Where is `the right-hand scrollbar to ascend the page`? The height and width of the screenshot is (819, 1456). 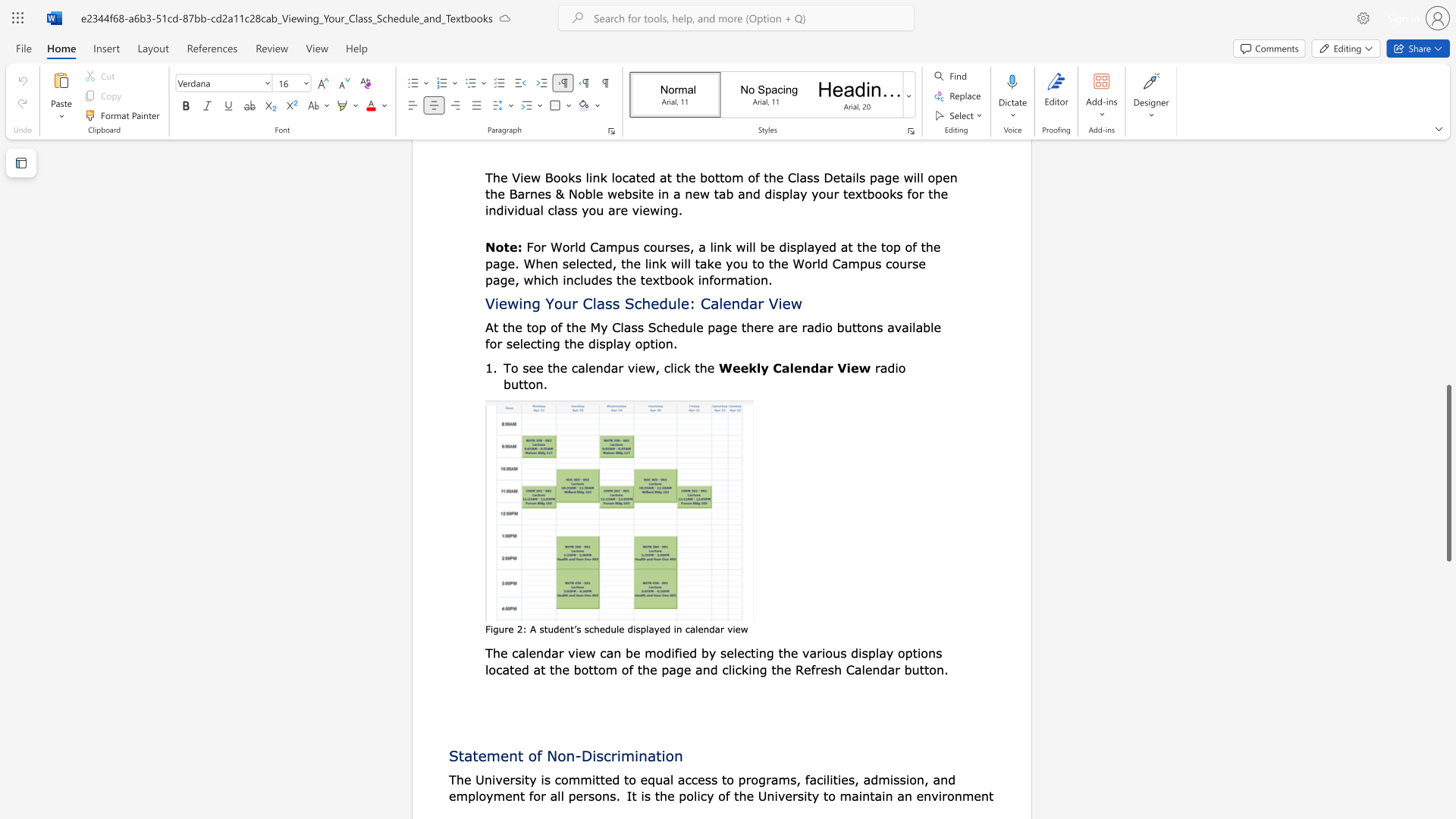 the right-hand scrollbar to ascend the page is located at coordinates (1448, 219).